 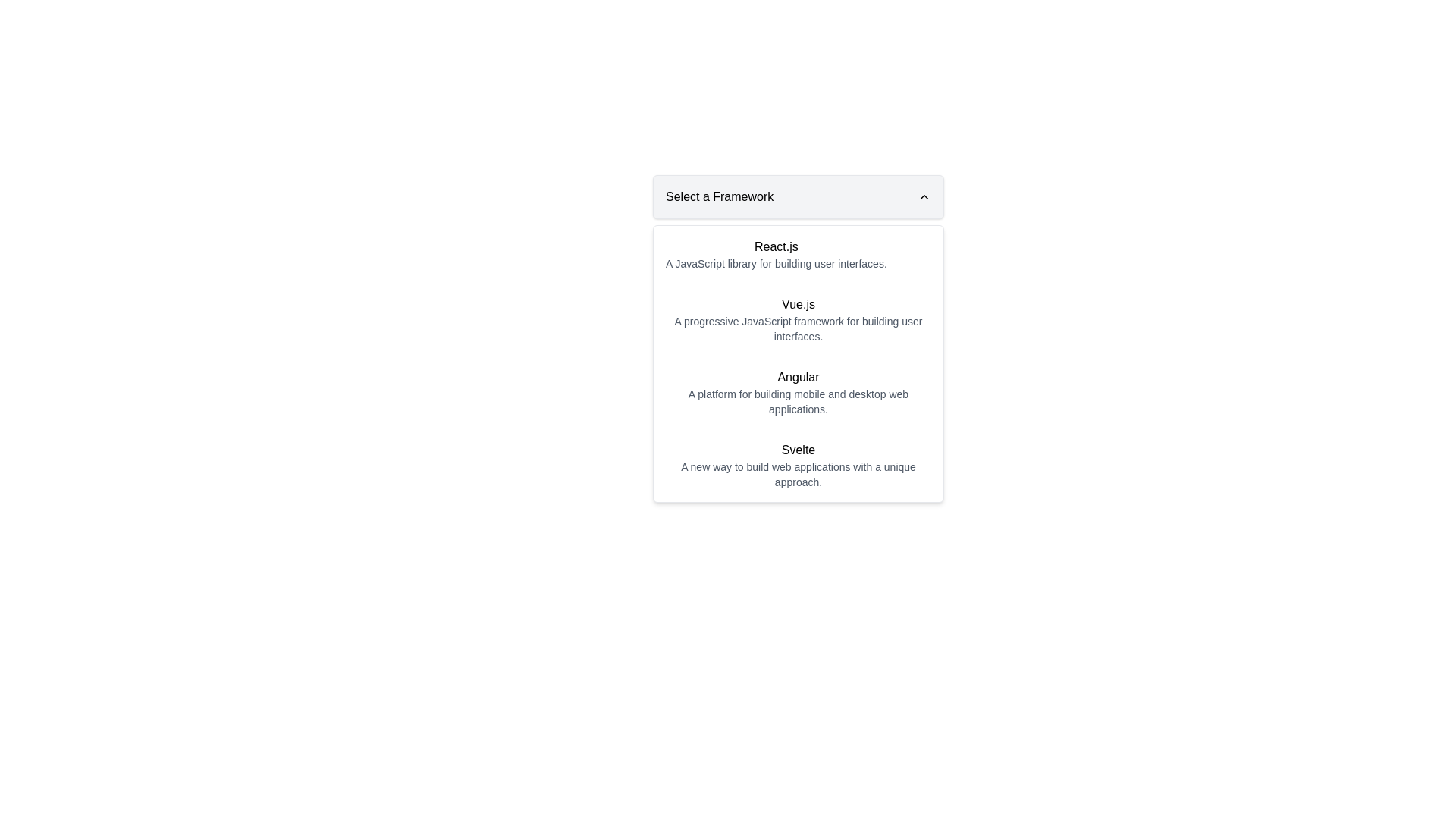 What do you see at coordinates (797, 363) in the screenshot?
I see `the third option 'Angular' in the dropdown-style menu located beneath the header 'Select a Framework'` at bounding box center [797, 363].